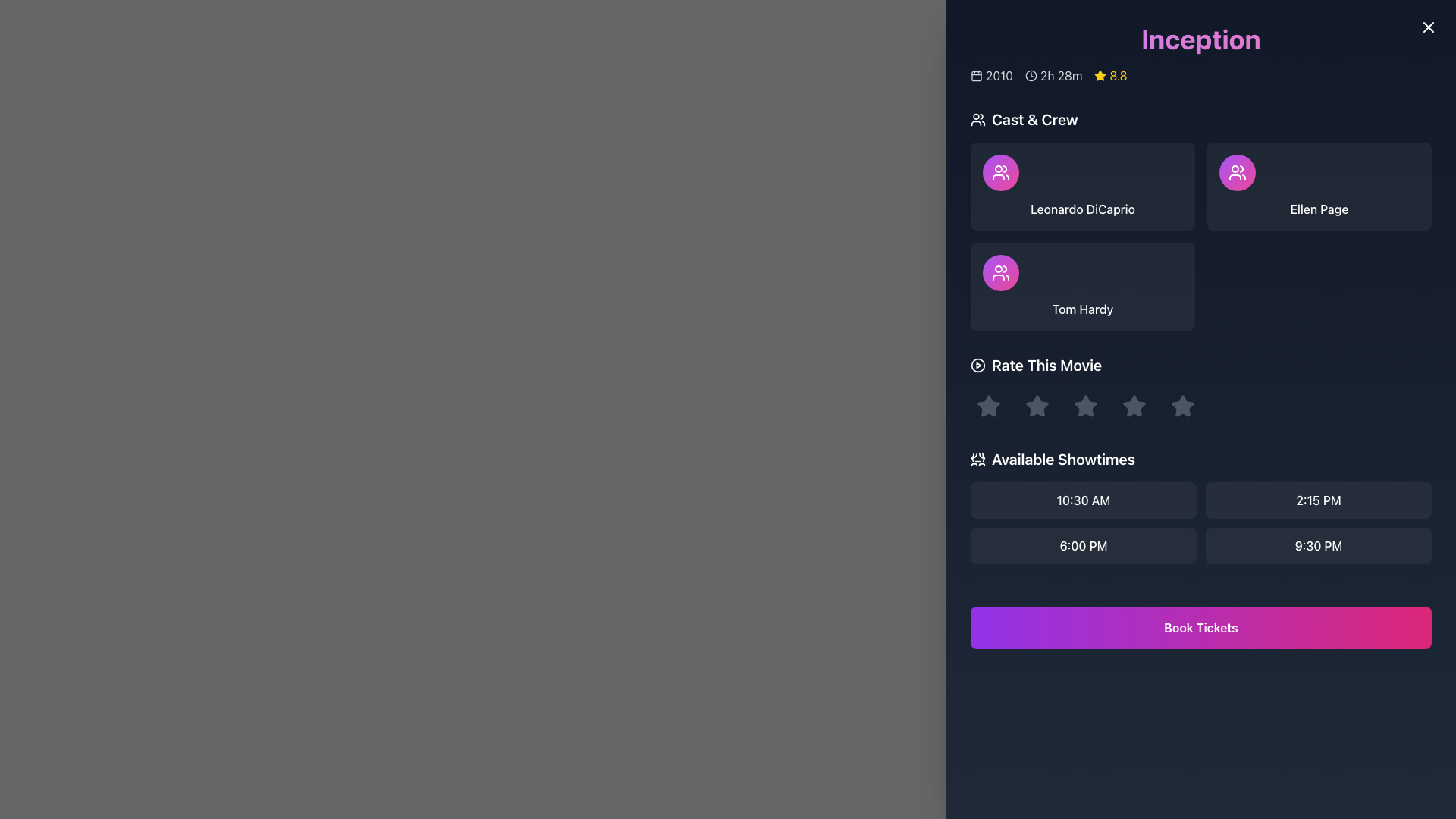 The width and height of the screenshot is (1456, 819). What do you see at coordinates (1182, 406) in the screenshot?
I see `the fifth star icon in the 'Rate This Movie' section to assign a rating` at bounding box center [1182, 406].